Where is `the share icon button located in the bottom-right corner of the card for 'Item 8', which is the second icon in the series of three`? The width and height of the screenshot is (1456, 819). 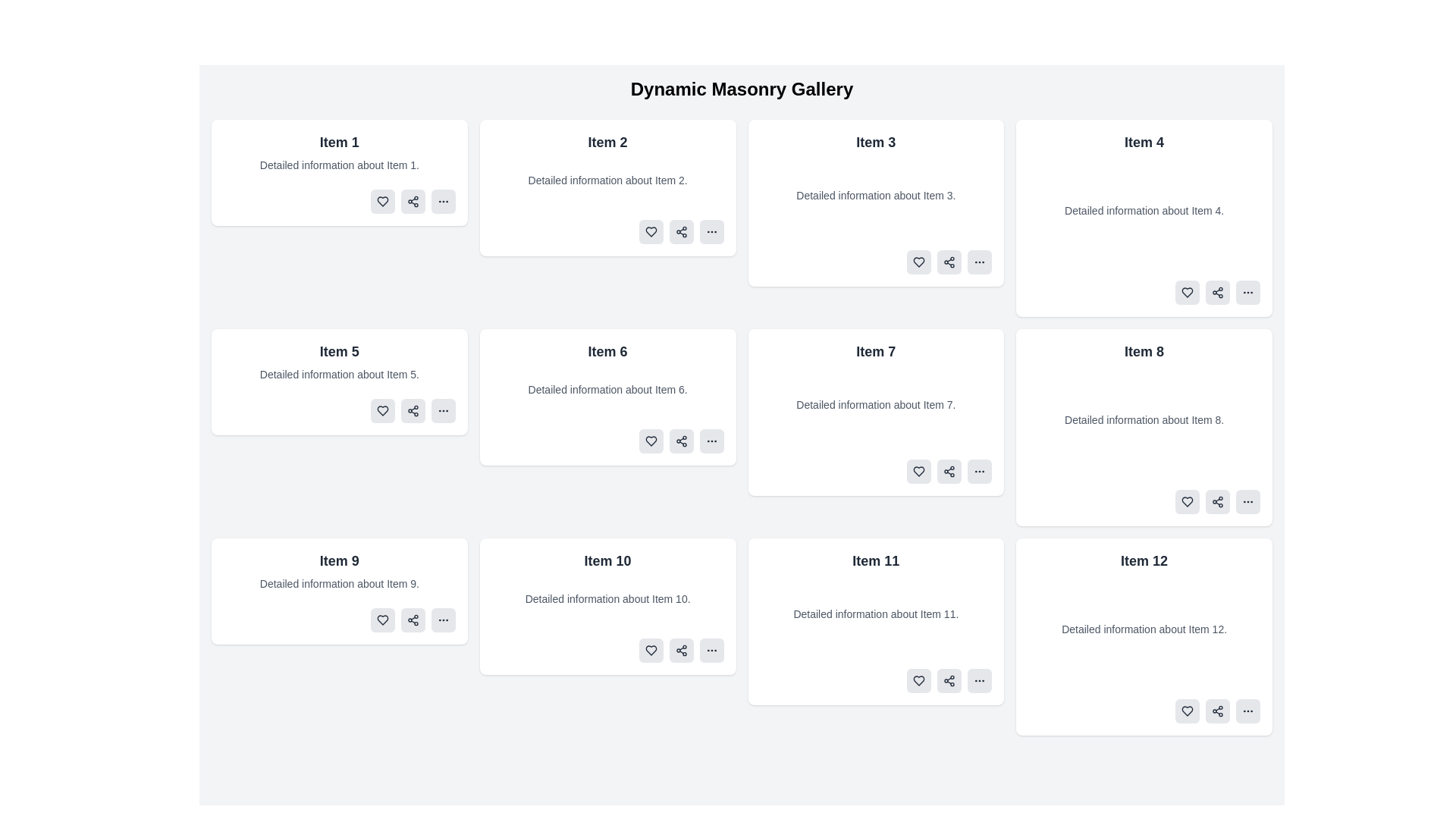
the share icon button located in the bottom-right corner of the card for 'Item 8', which is the second icon in the series of three is located at coordinates (1218, 502).